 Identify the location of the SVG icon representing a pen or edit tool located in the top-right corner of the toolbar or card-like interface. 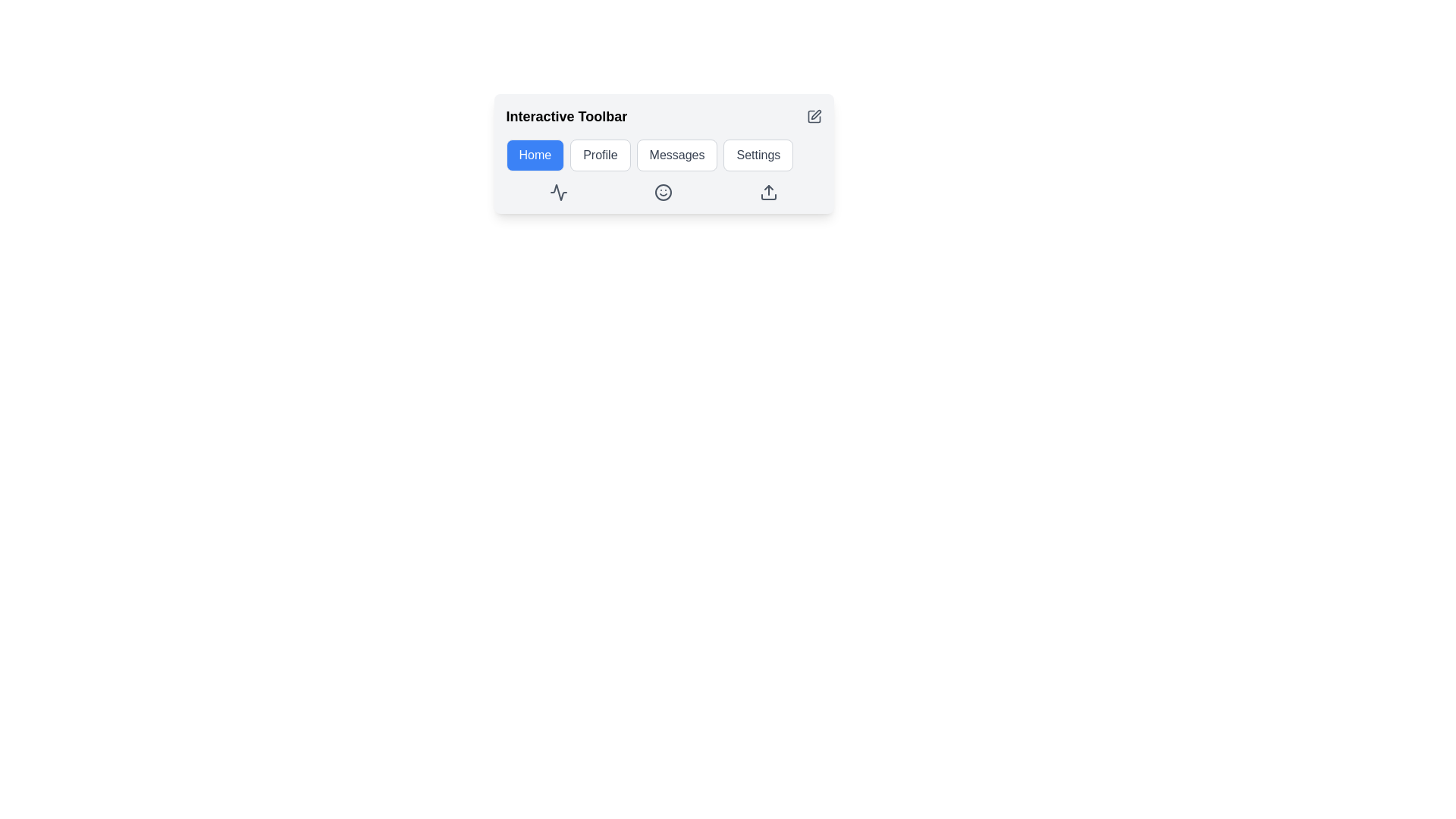
(814, 114).